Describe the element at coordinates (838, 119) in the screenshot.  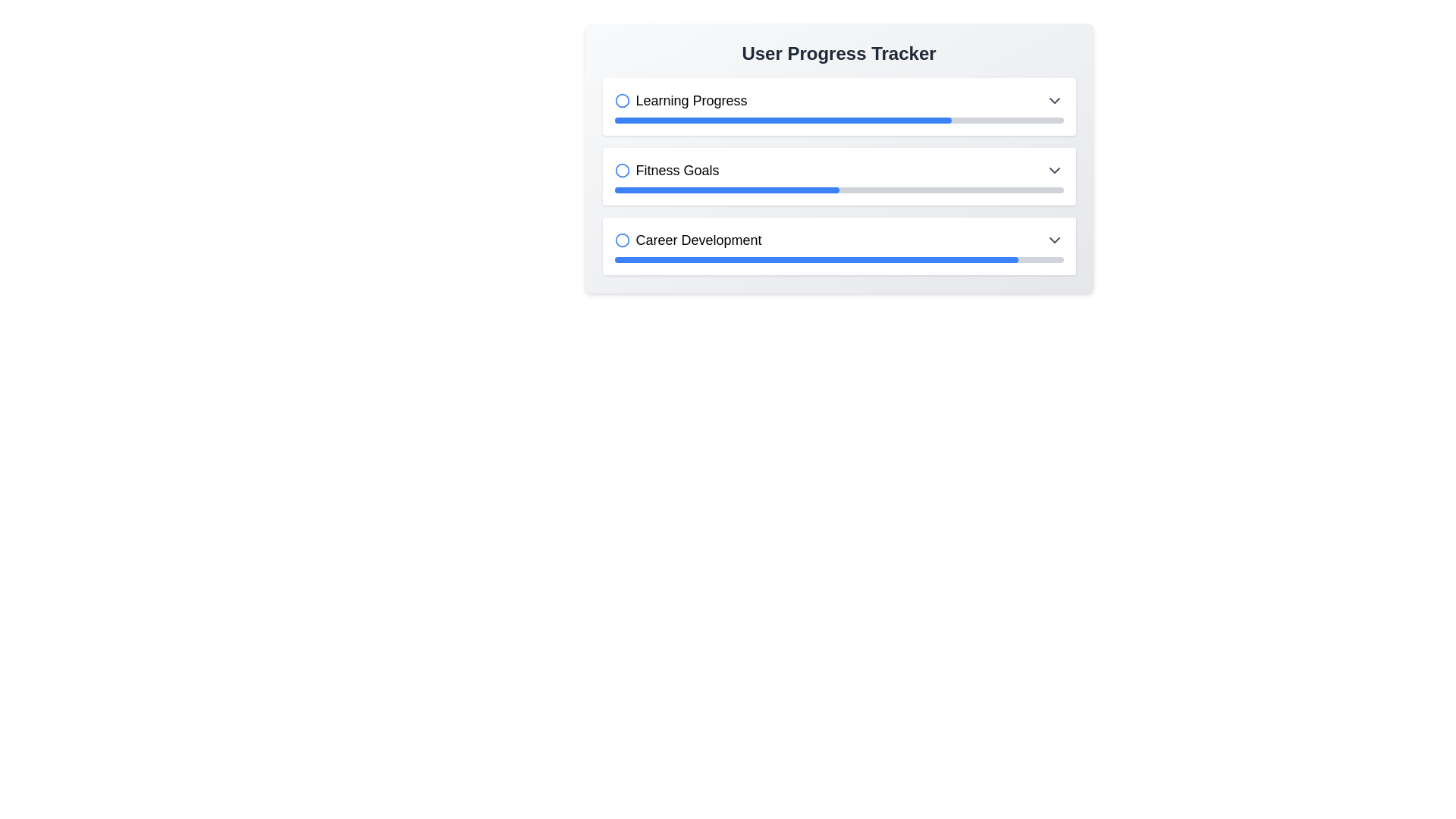
I see `the Progress Bar located within the 'Learning Progress' card, which features a grey background with a blue segment indicating progress` at that location.